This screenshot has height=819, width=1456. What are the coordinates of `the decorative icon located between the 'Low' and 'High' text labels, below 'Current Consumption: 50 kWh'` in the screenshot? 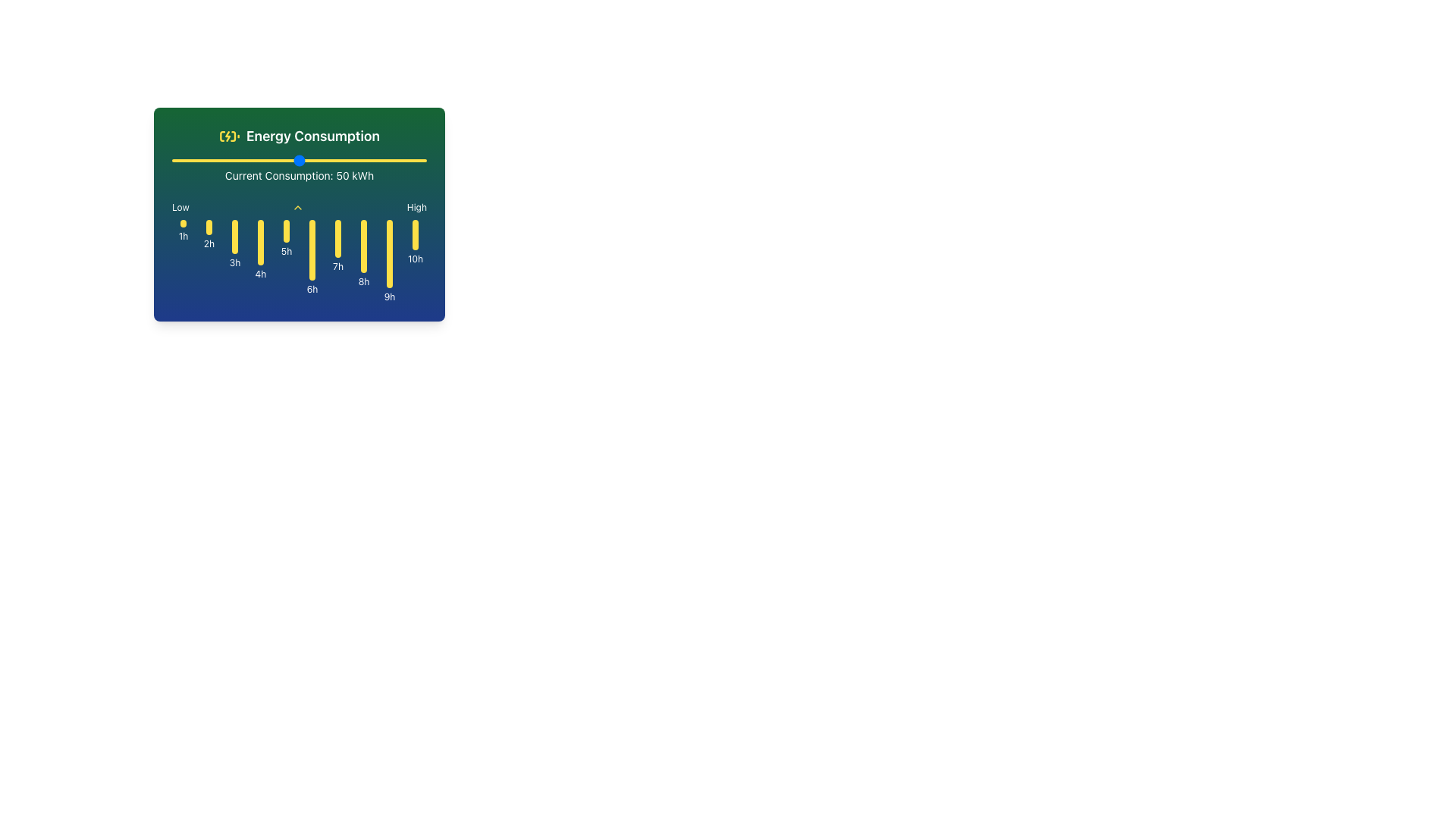 It's located at (298, 207).